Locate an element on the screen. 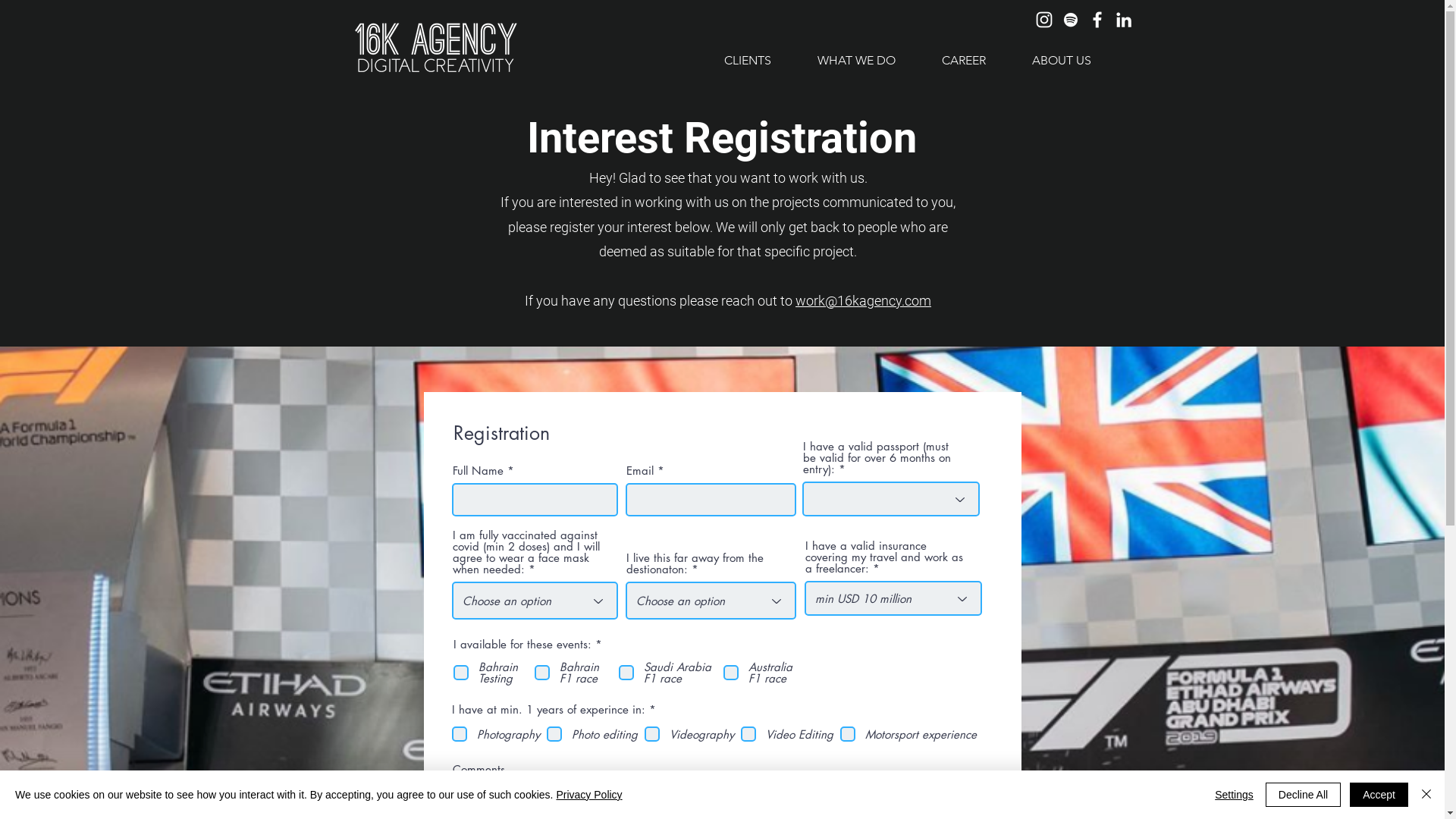  'Privacy Policy' is located at coordinates (588, 794).